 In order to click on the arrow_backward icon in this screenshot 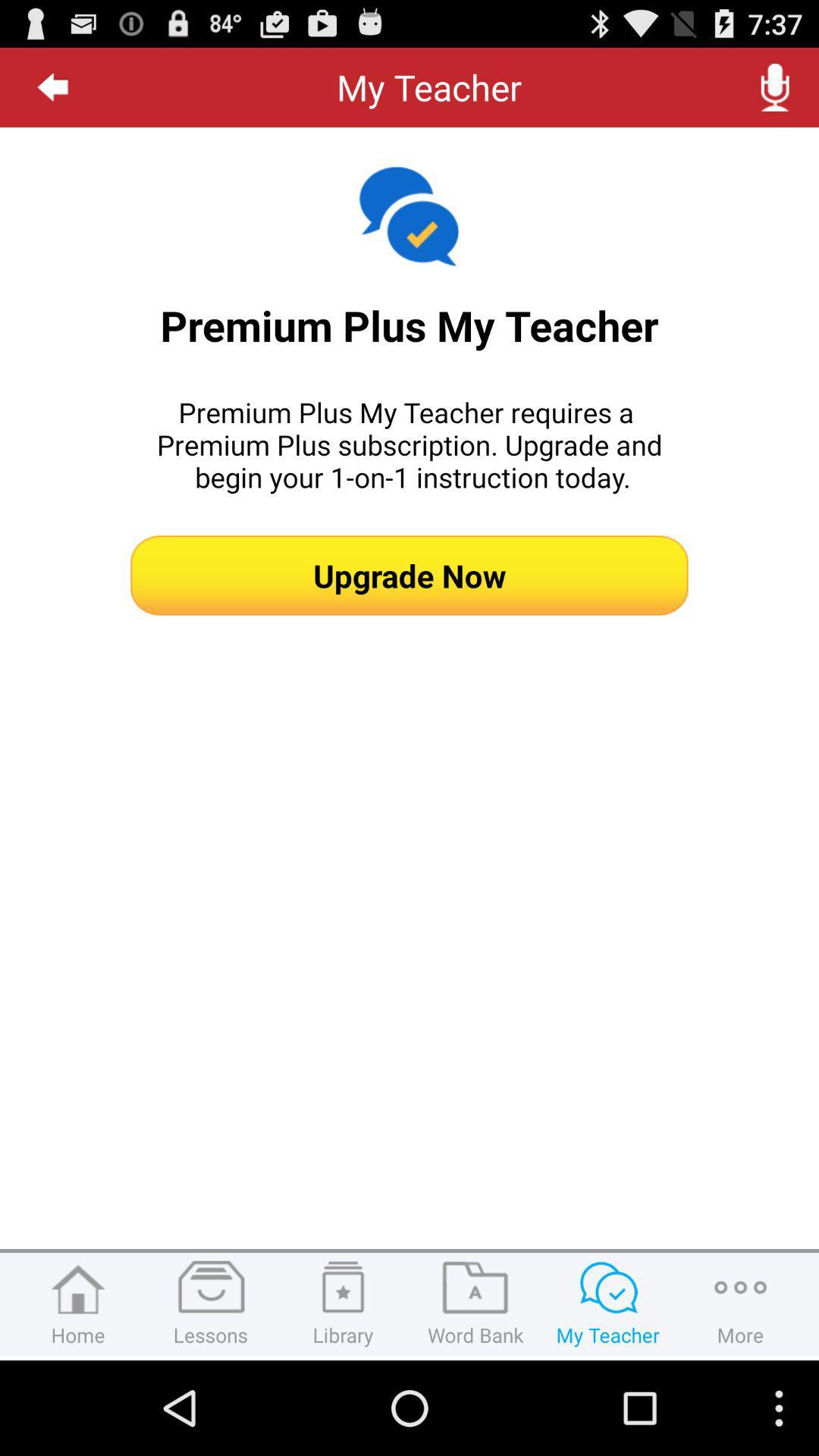, I will do `click(52, 93)`.